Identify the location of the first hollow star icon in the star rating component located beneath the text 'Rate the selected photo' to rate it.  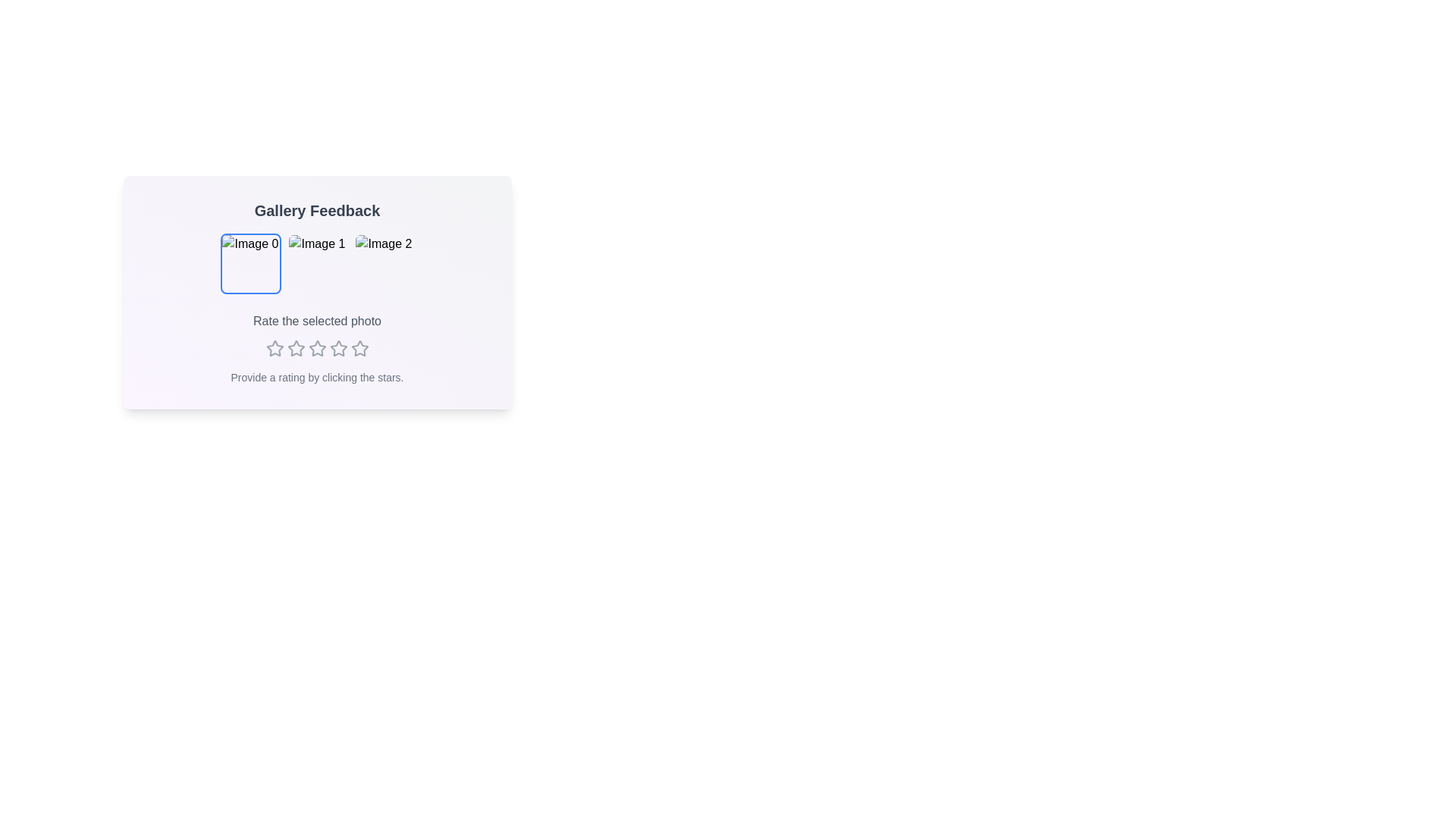
(275, 348).